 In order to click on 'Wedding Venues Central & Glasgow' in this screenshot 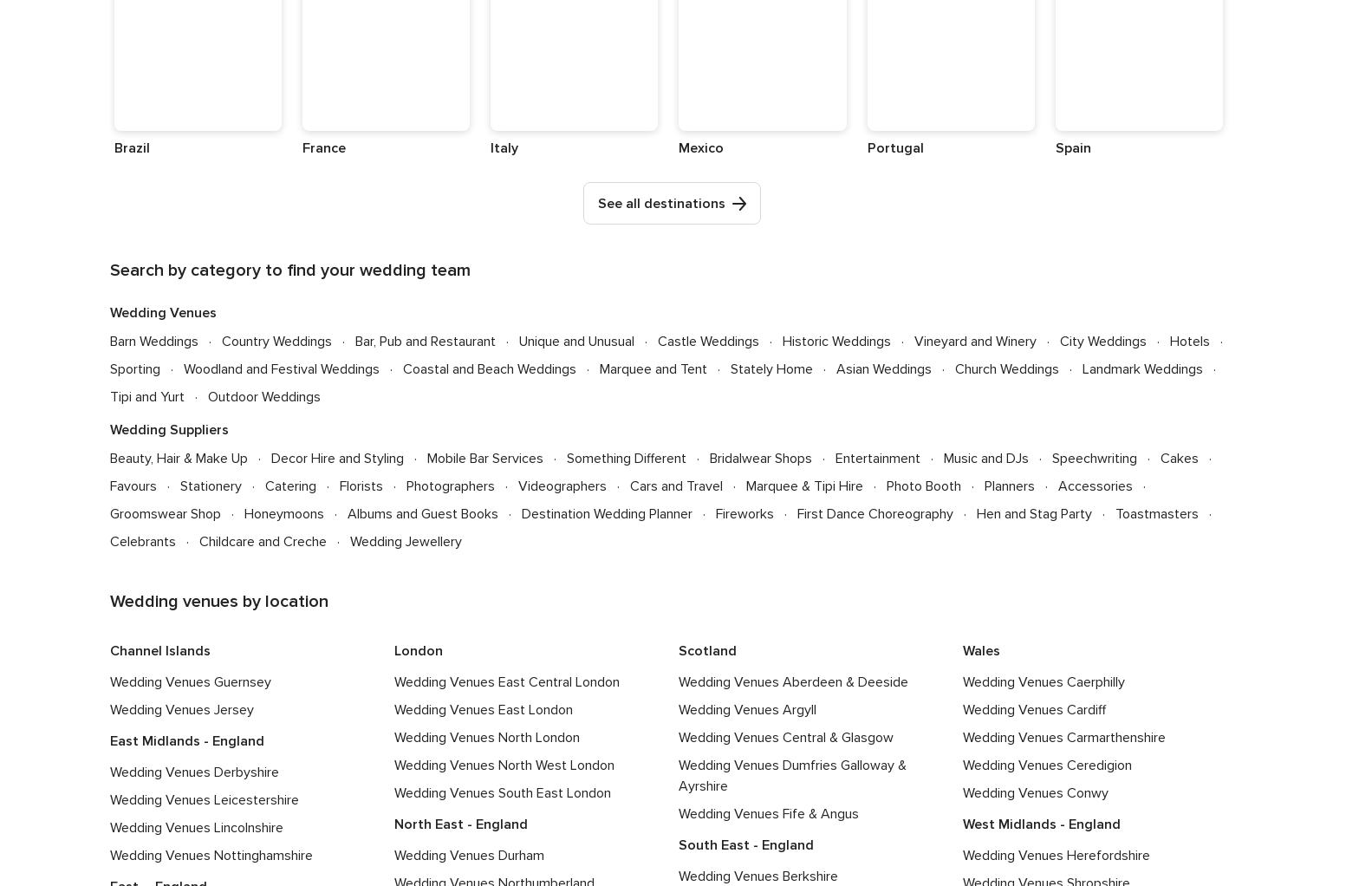, I will do `click(678, 736)`.